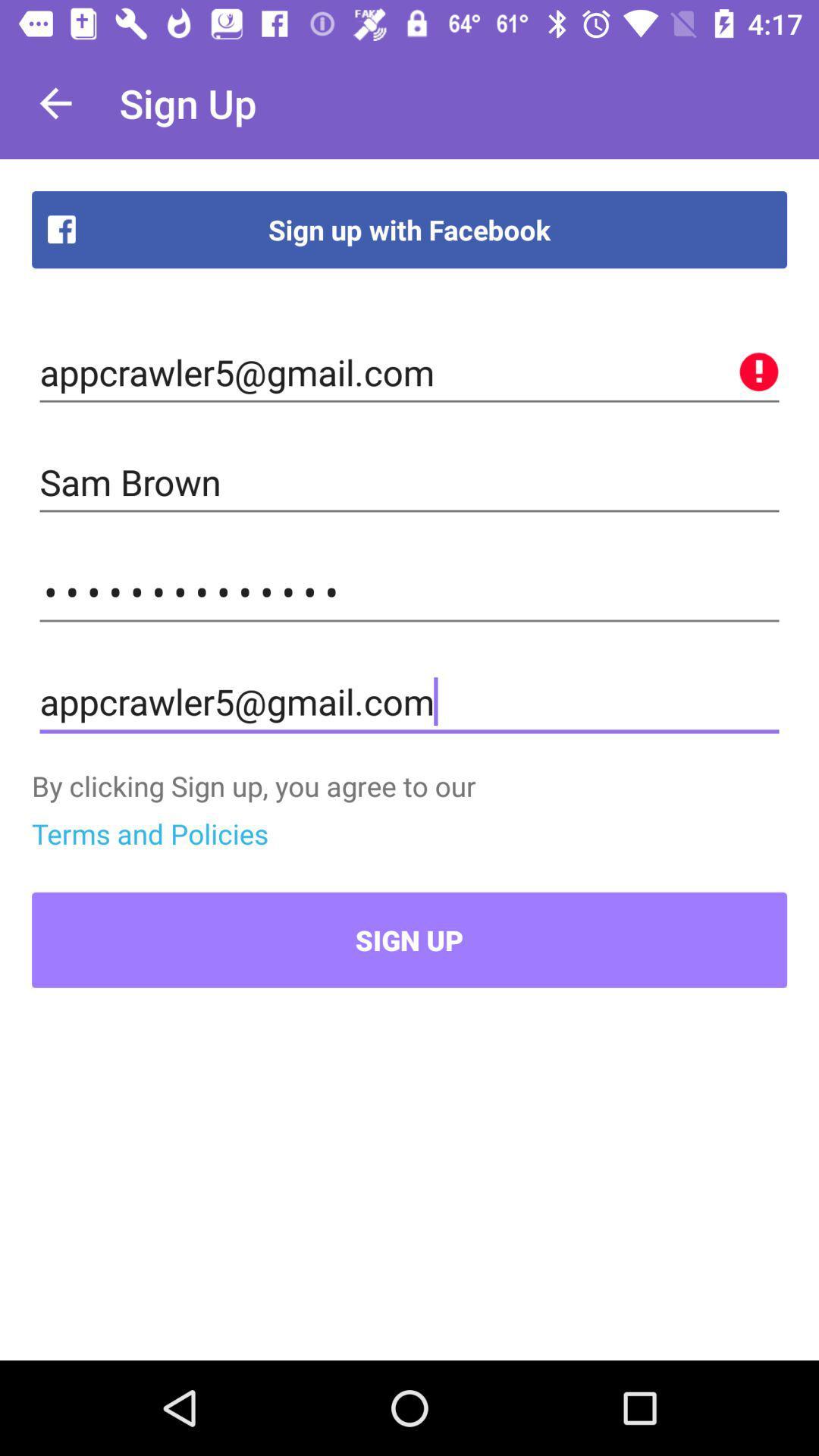 Image resolution: width=819 pixels, height=1456 pixels. What do you see at coordinates (409, 482) in the screenshot?
I see `the item below appcrawler5@gmail.com` at bounding box center [409, 482].